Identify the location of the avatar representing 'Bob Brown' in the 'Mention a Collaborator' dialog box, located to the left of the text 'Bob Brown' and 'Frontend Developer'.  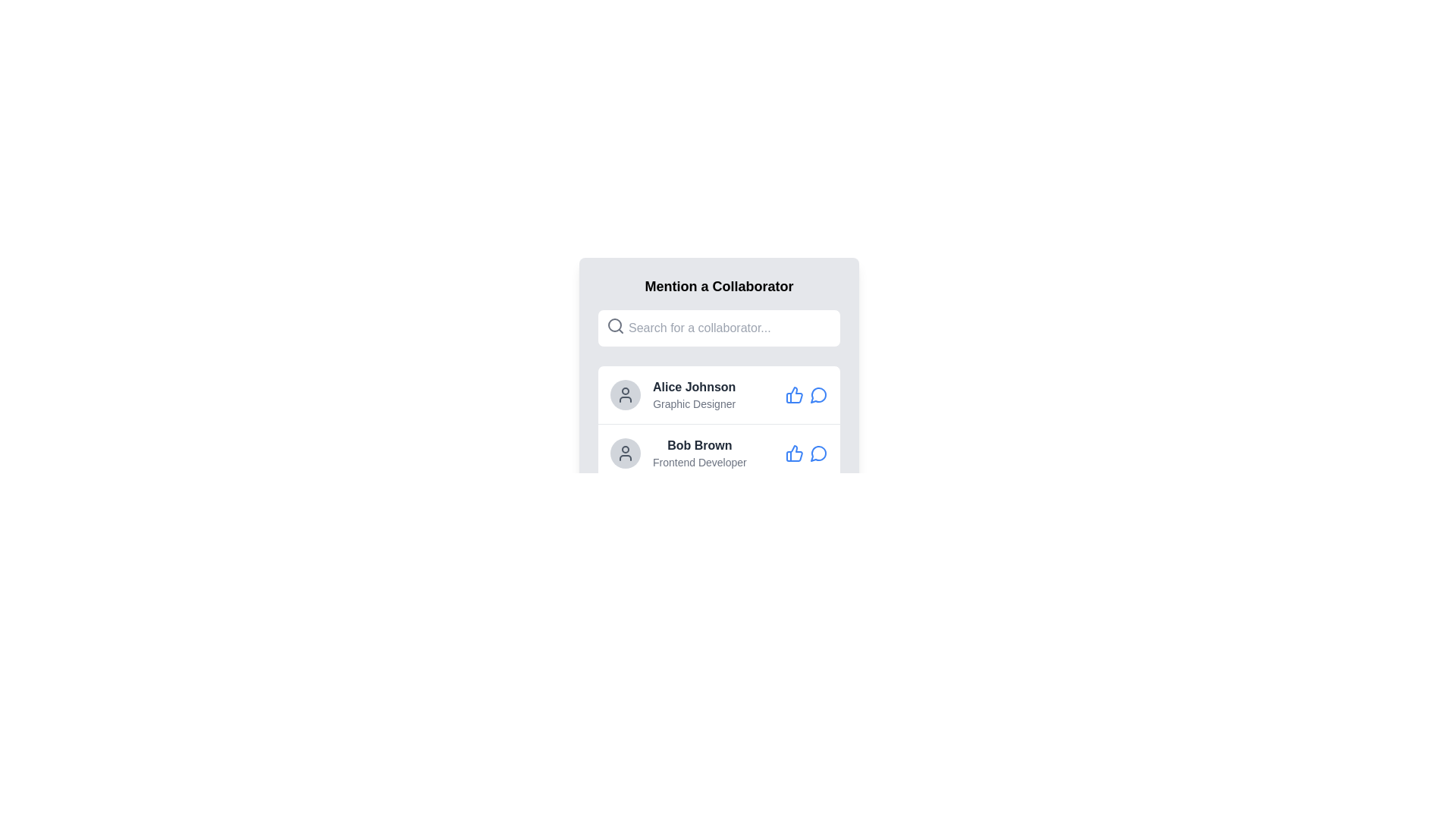
(626, 452).